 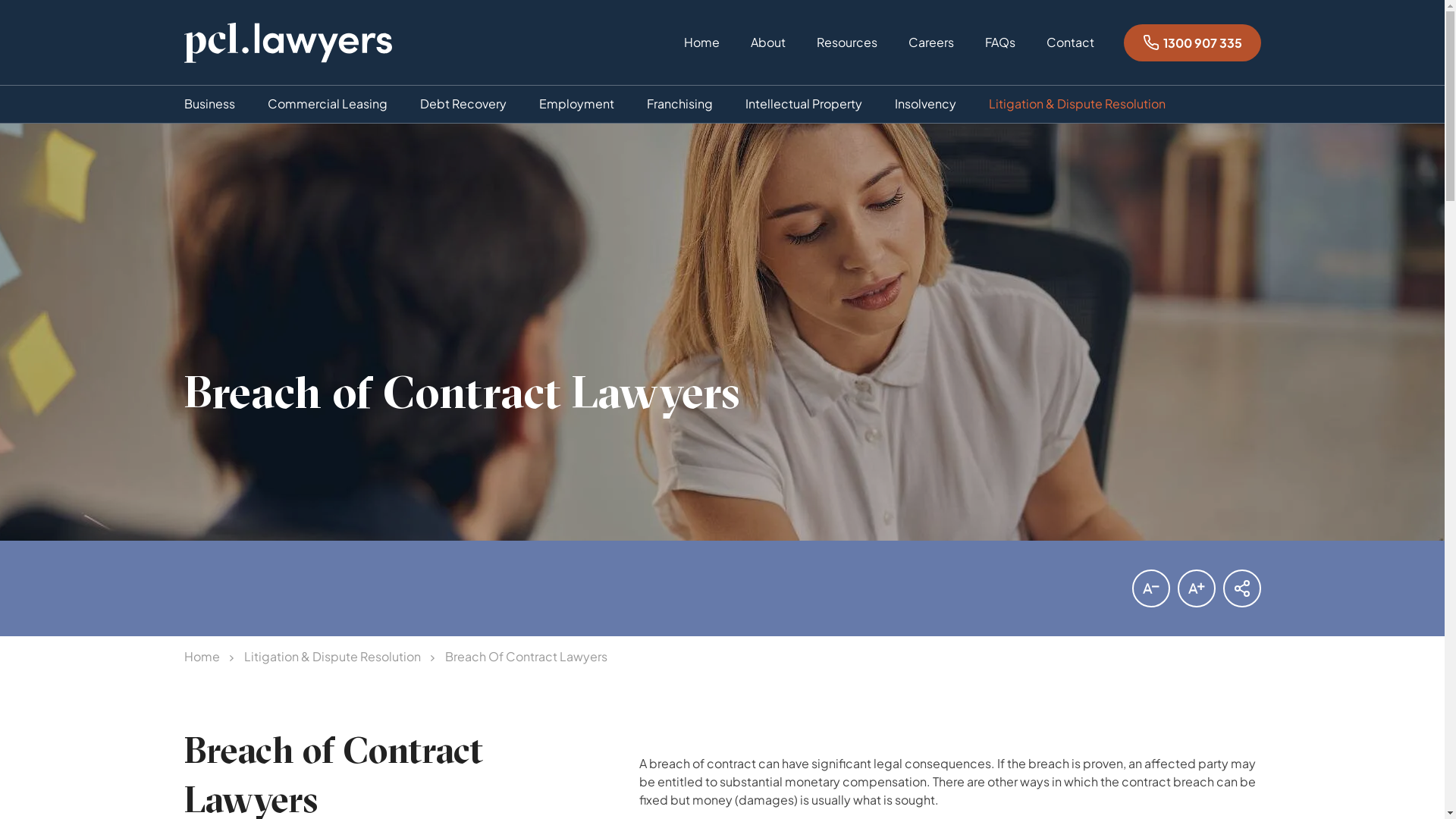 I want to click on 'PCL Lawyers', so click(x=287, y=42).